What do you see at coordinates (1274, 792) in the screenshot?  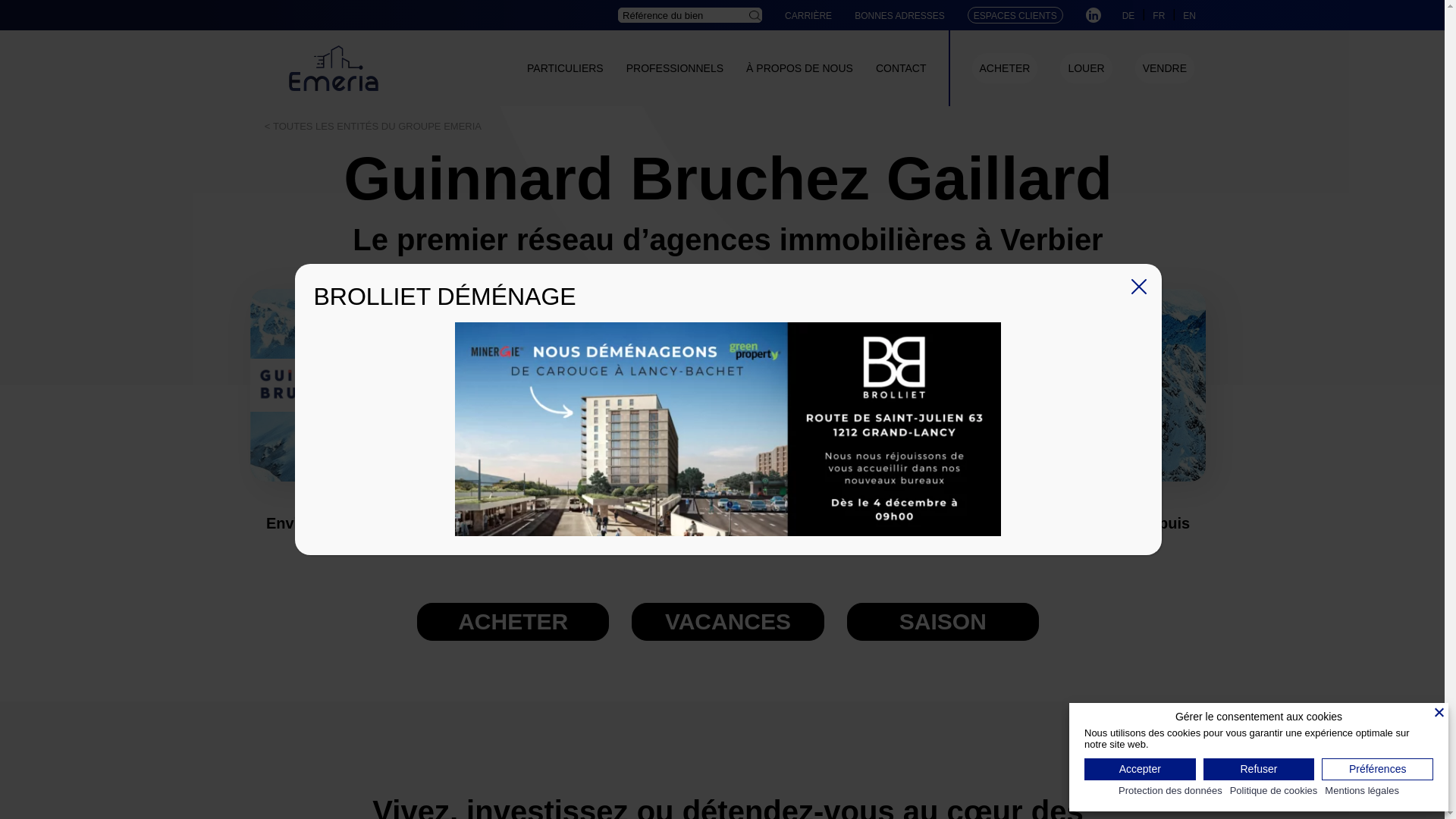 I see `'Politique de cookies'` at bounding box center [1274, 792].